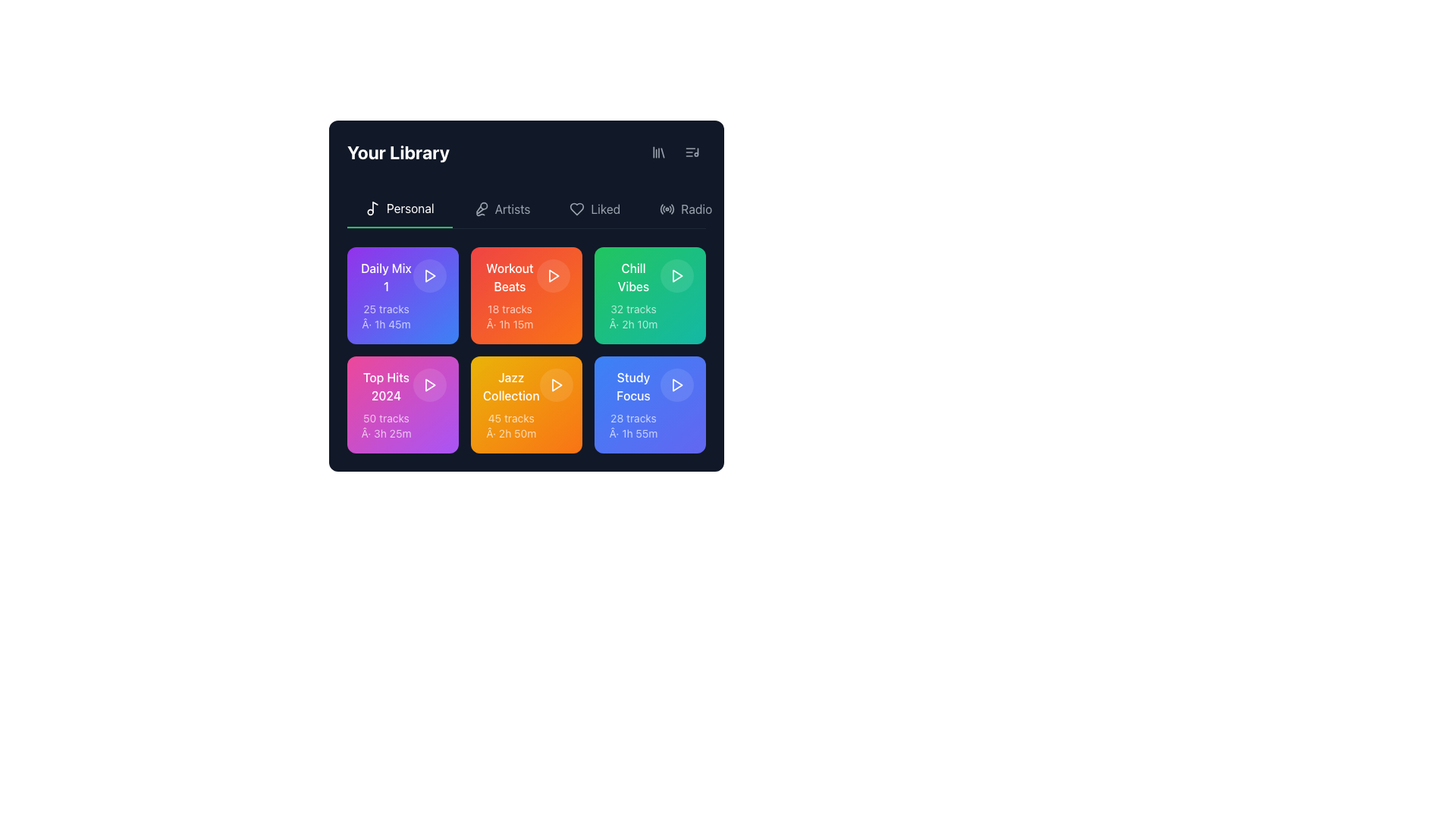  Describe the element at coordinates (633, 403) in the screenshot. I see `the text-based UI component representing a playlist or album in the library view` at that location.